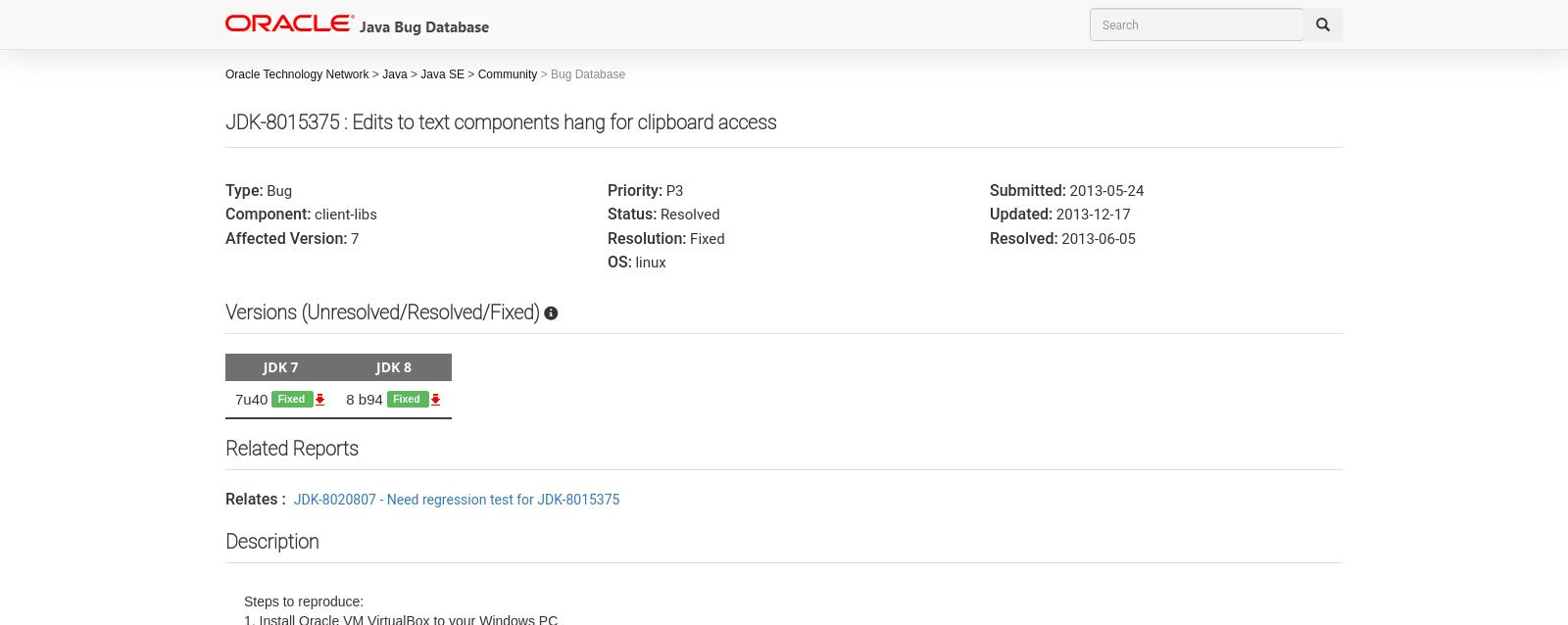 This screenshot has height=625, width=1568. What do you see at coordinates (1023, 237) in the screenshot?
I see `'Resolved:'` at bounding box center [1023, 237].